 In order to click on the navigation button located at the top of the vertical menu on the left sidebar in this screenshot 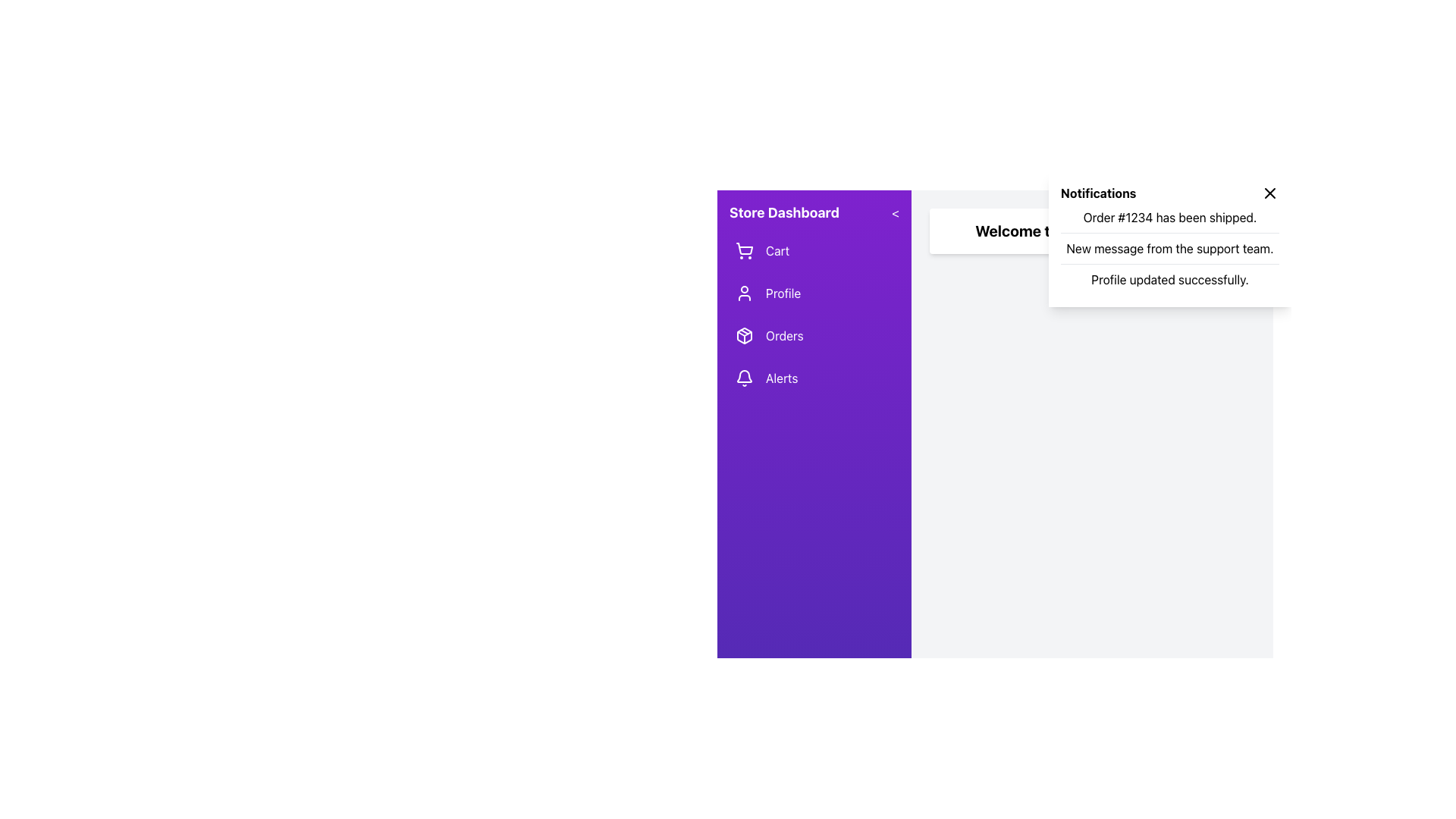, I will do `click(814, 250)`.